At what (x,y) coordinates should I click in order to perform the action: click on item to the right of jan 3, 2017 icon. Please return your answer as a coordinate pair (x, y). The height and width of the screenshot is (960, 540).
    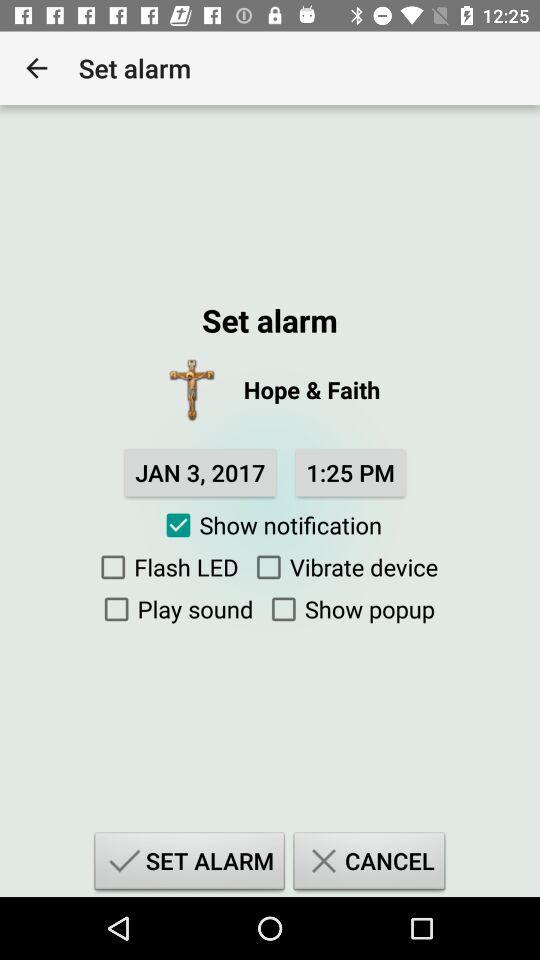
    Looking at the image, I should click on (349, 472).